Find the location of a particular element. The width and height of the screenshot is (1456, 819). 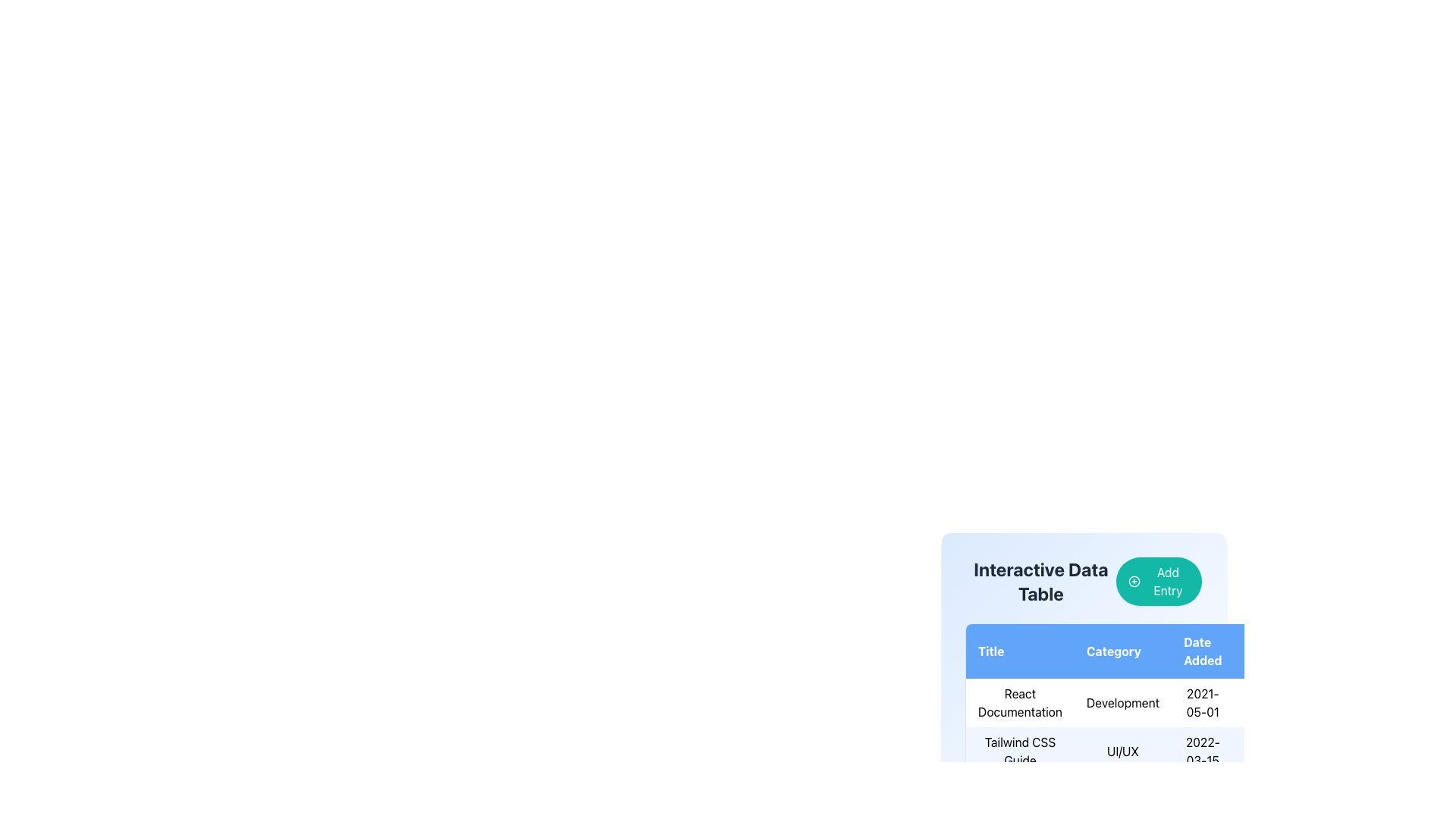

the 'Add Entry' button located on the right side of the header 'Interactive Data Table' to initiate adding a new entry is located at coordinates (1083, 581).